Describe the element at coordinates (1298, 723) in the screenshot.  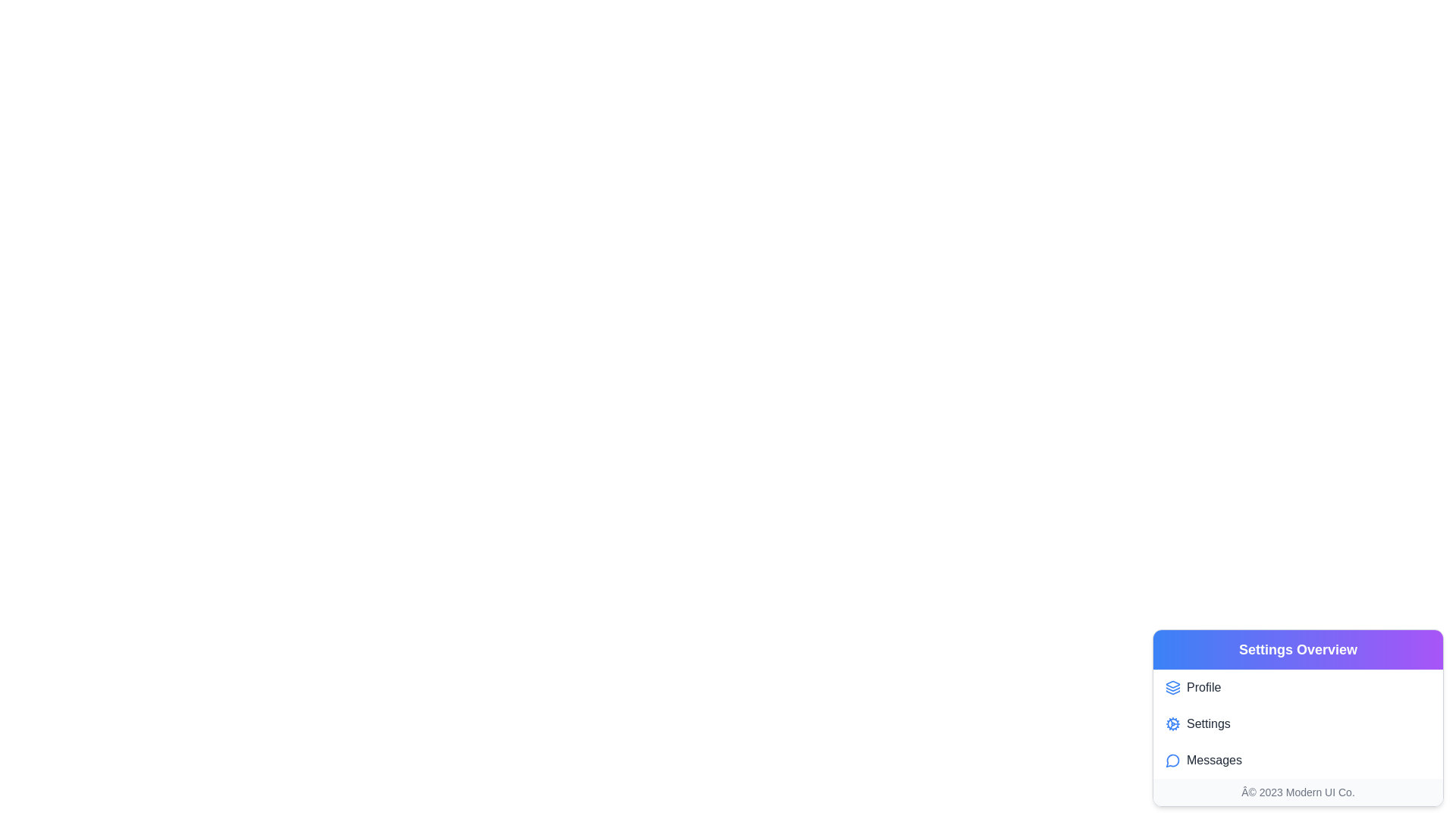
I see `the second menu item in the 'Settings Overview' menu` at that location.